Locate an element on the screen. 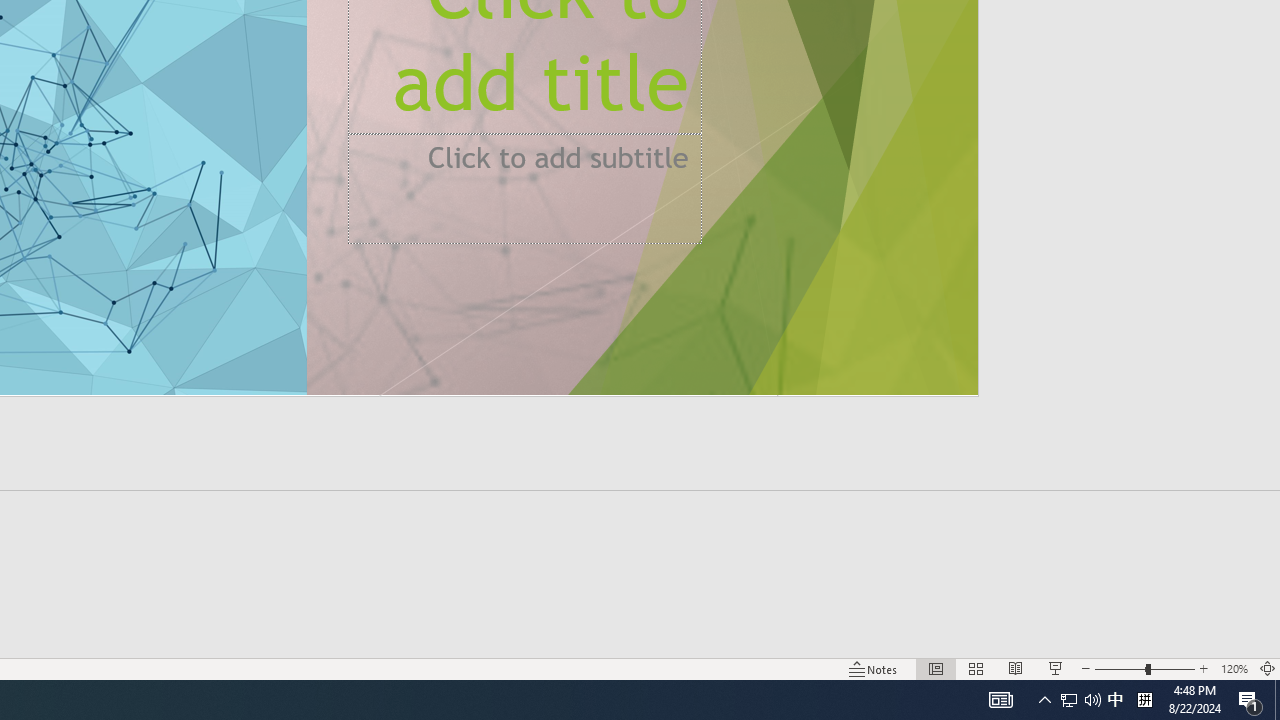 This screenshot has height=720, width=1280. 'Zoom 120%' is located at coordinates (1233, 669).